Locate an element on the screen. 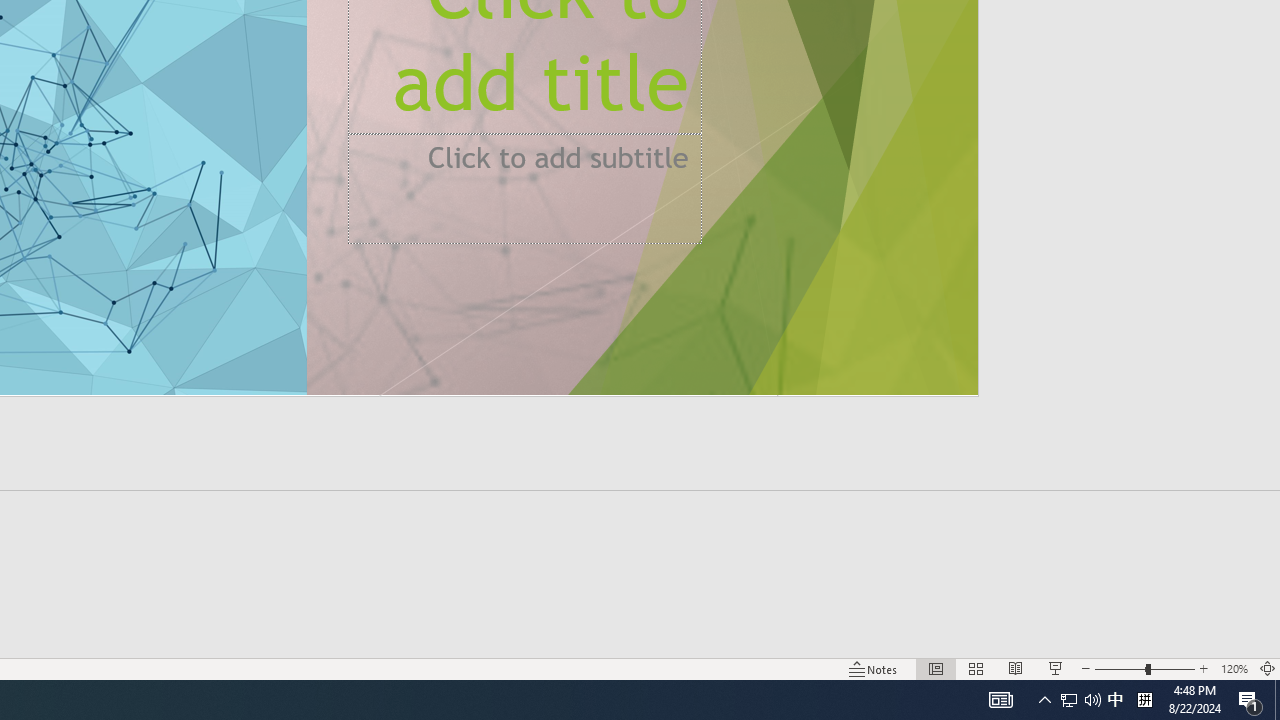 This screenshot has height=720, width=1280. 'Zoom 120%' is located at coordinates (1233, 669).